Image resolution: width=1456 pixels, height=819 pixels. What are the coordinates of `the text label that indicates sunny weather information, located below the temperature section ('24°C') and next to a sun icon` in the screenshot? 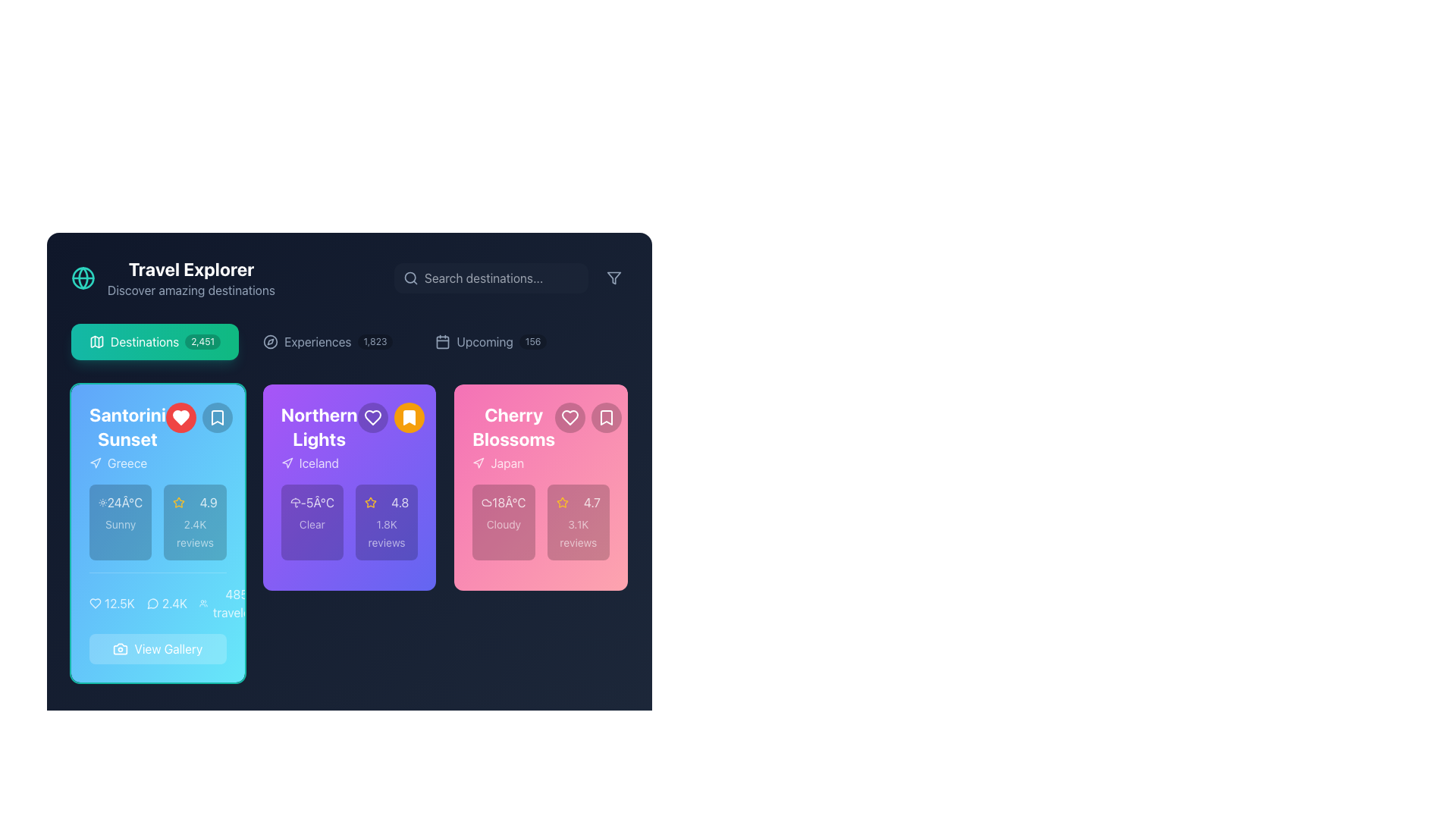 It's located at (120, 523).